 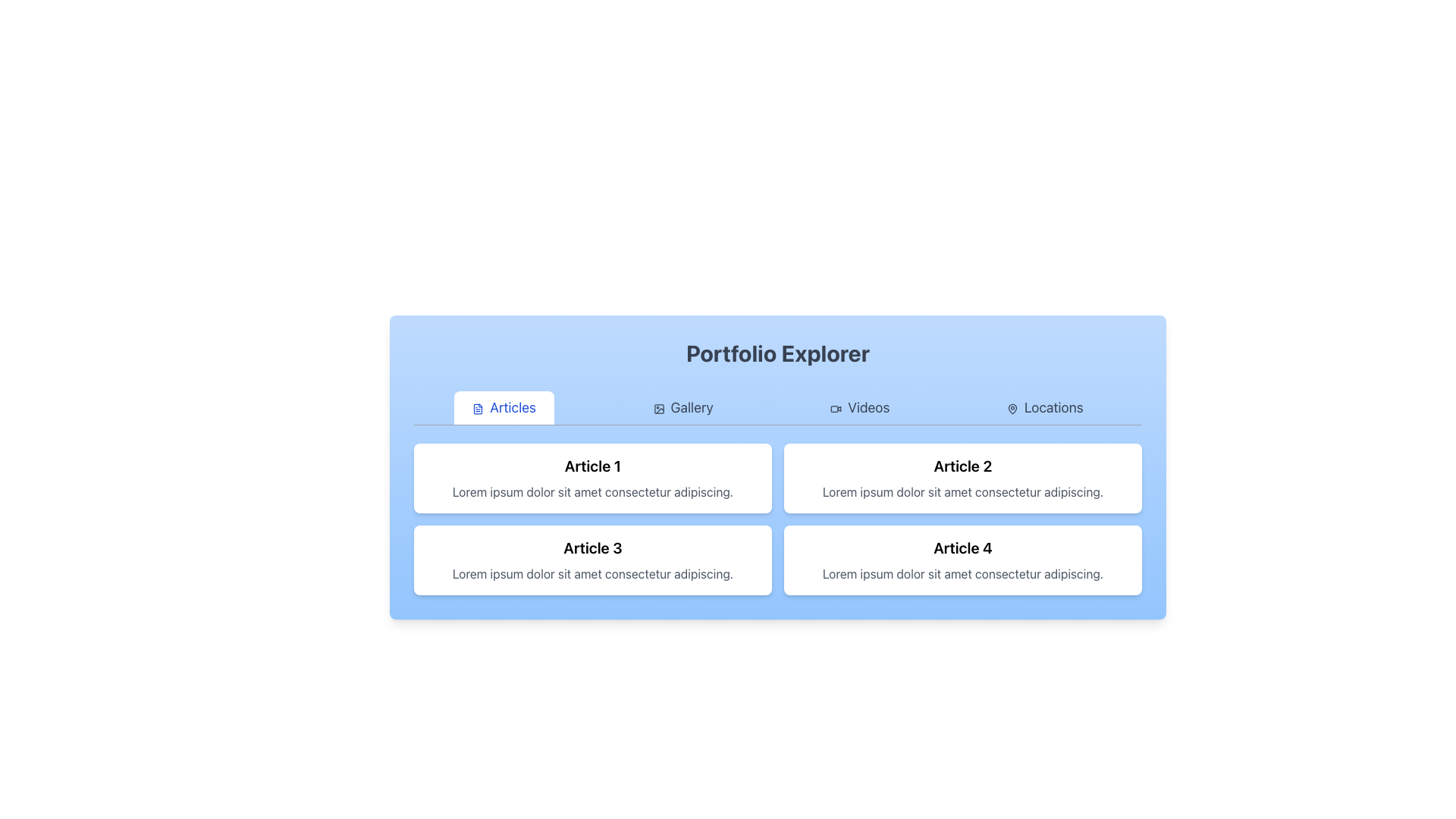 What do you see at coordinates (962, 560) in the screenshot?
I see `the card titled 'Article 4' which contains a bold headline and a supporting description, located in the second column of the second row under 'Portfolio Explorer' in the 'Articles' tab` at bounding box center [962, 560].